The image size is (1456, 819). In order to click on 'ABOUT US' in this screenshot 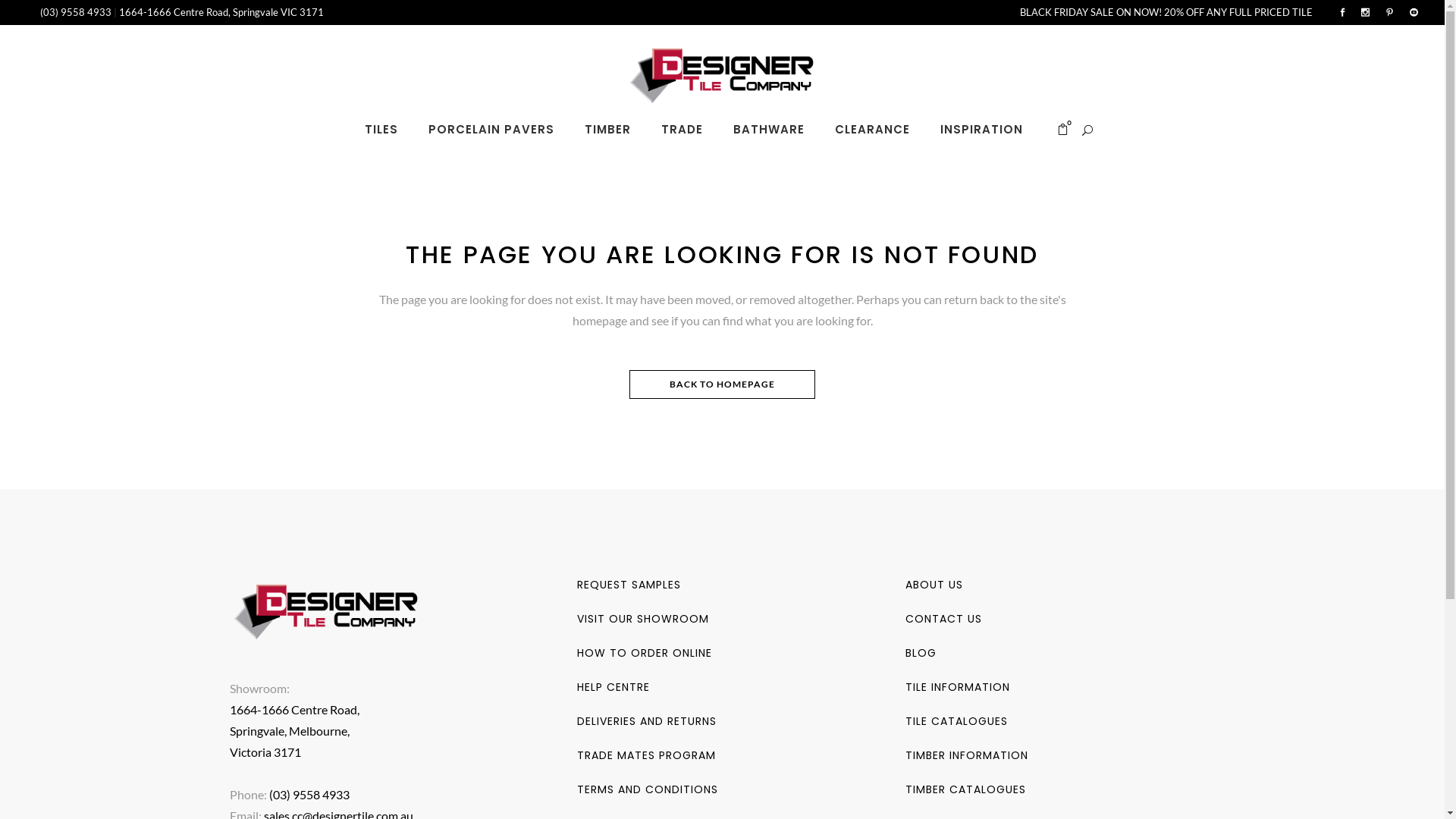, I will do `click(905, 584)`.